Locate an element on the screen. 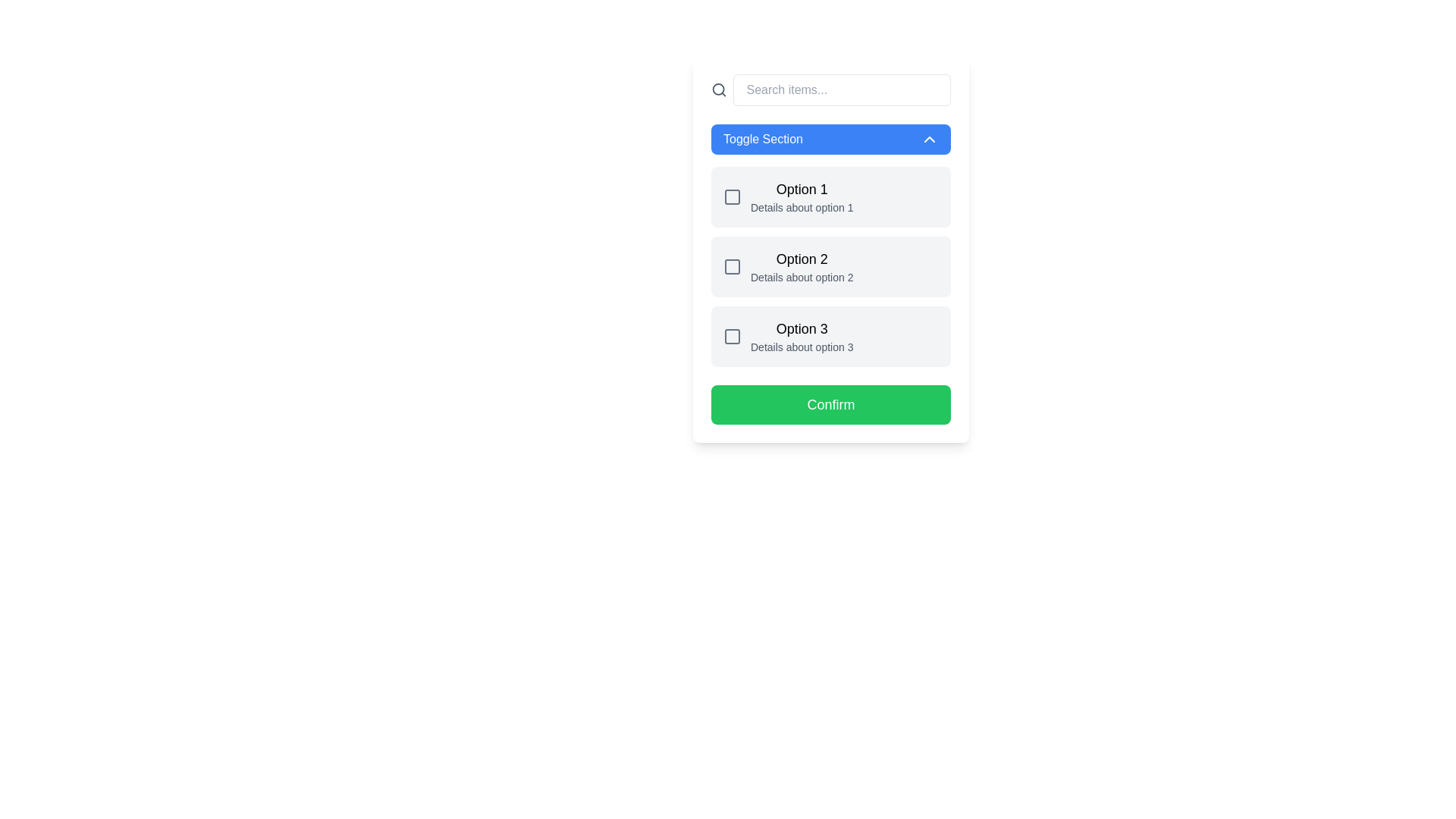  the center of the first row list item that displays a selectable option with bold primary text and additional details is located at coordinates (801, 196).